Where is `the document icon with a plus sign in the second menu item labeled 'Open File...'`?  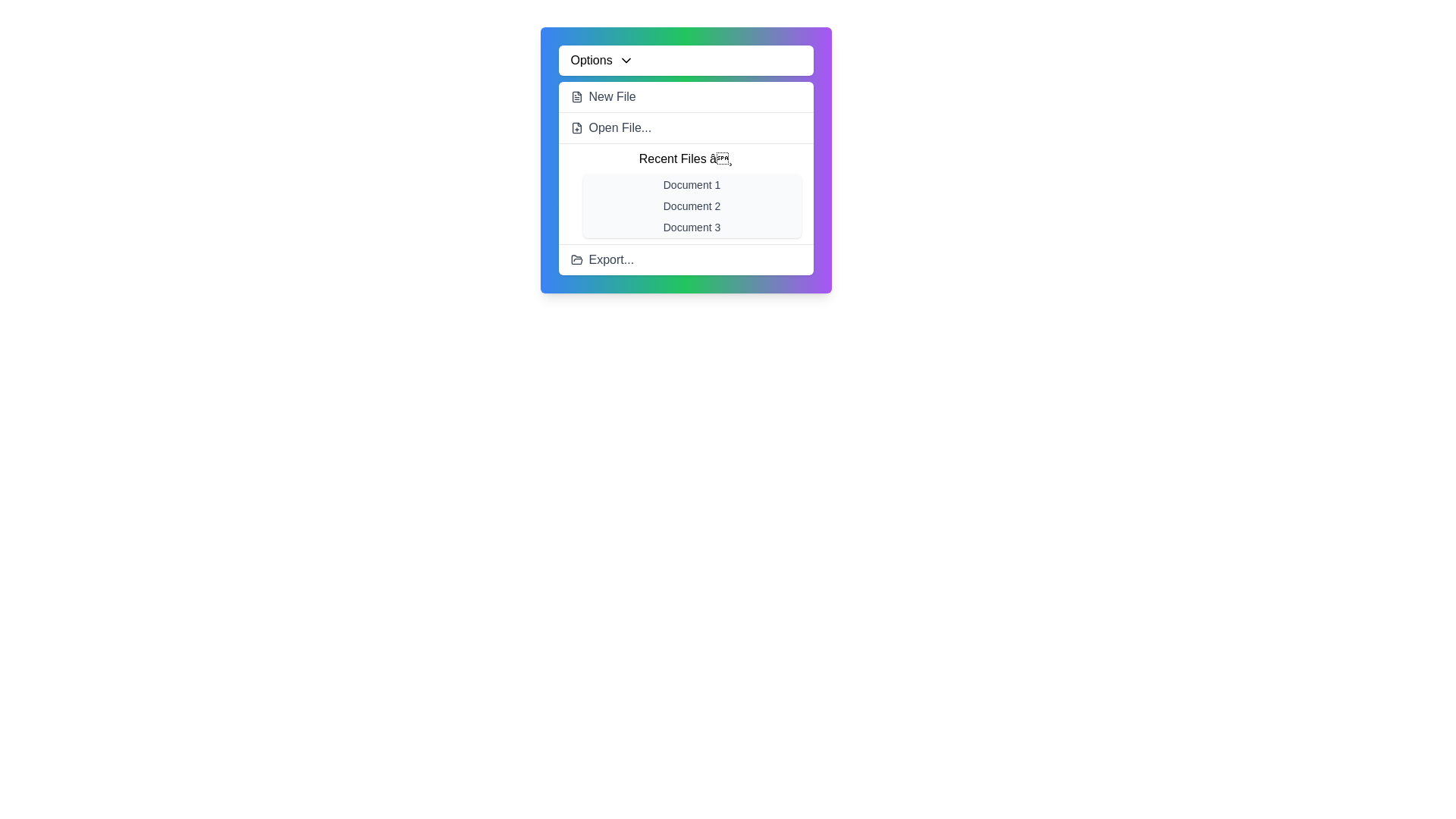 the document icon with a plus sign in the second menu item labeled 'Open File...' is located at coordinates (576, 127).